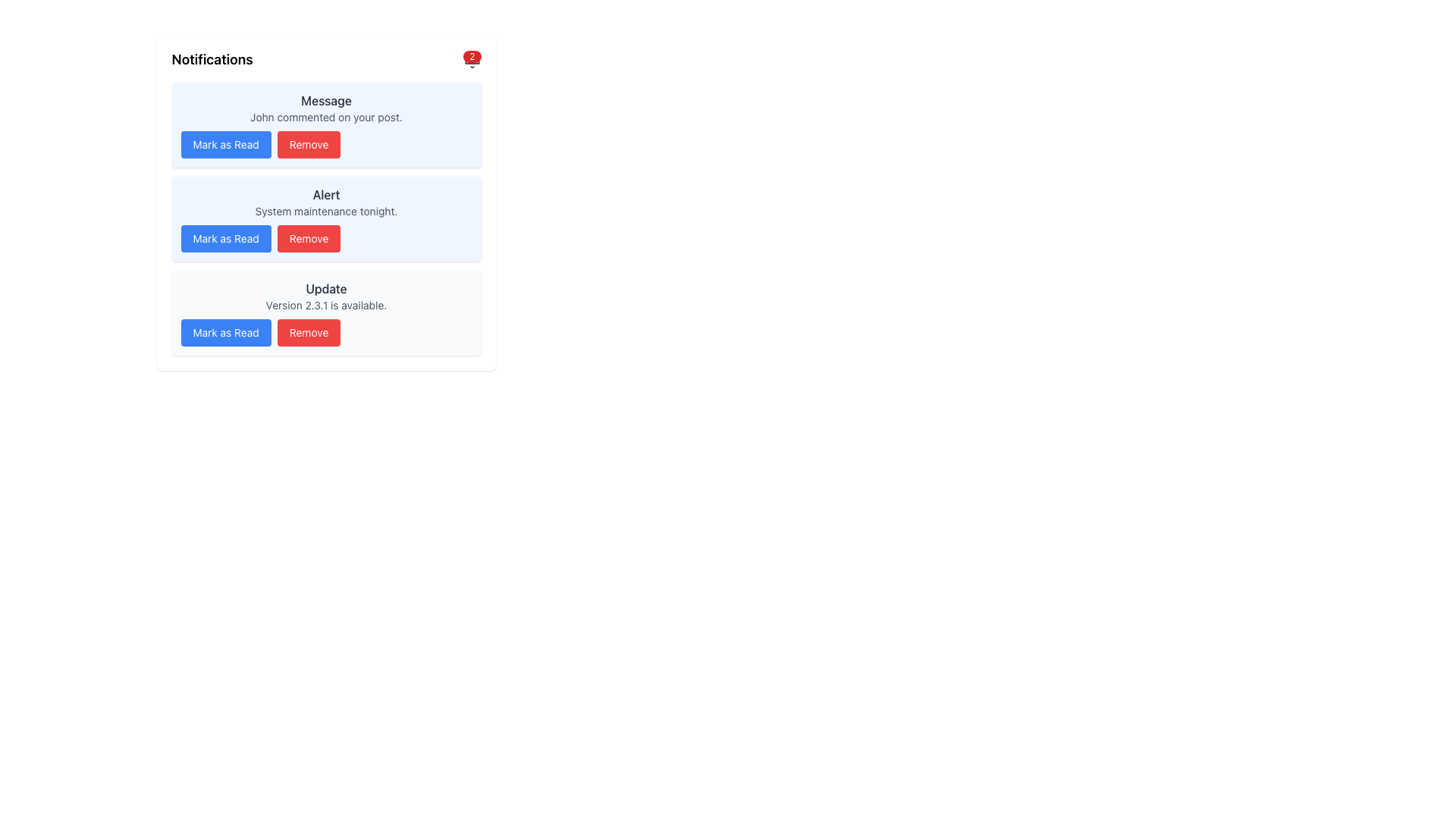  Describe the element at coordinates (325, 100) in the screenshot. I see `the notification title label that indicates the type or subject of the notification, located at the top-left corner of the 'Notifications' list` at that location.